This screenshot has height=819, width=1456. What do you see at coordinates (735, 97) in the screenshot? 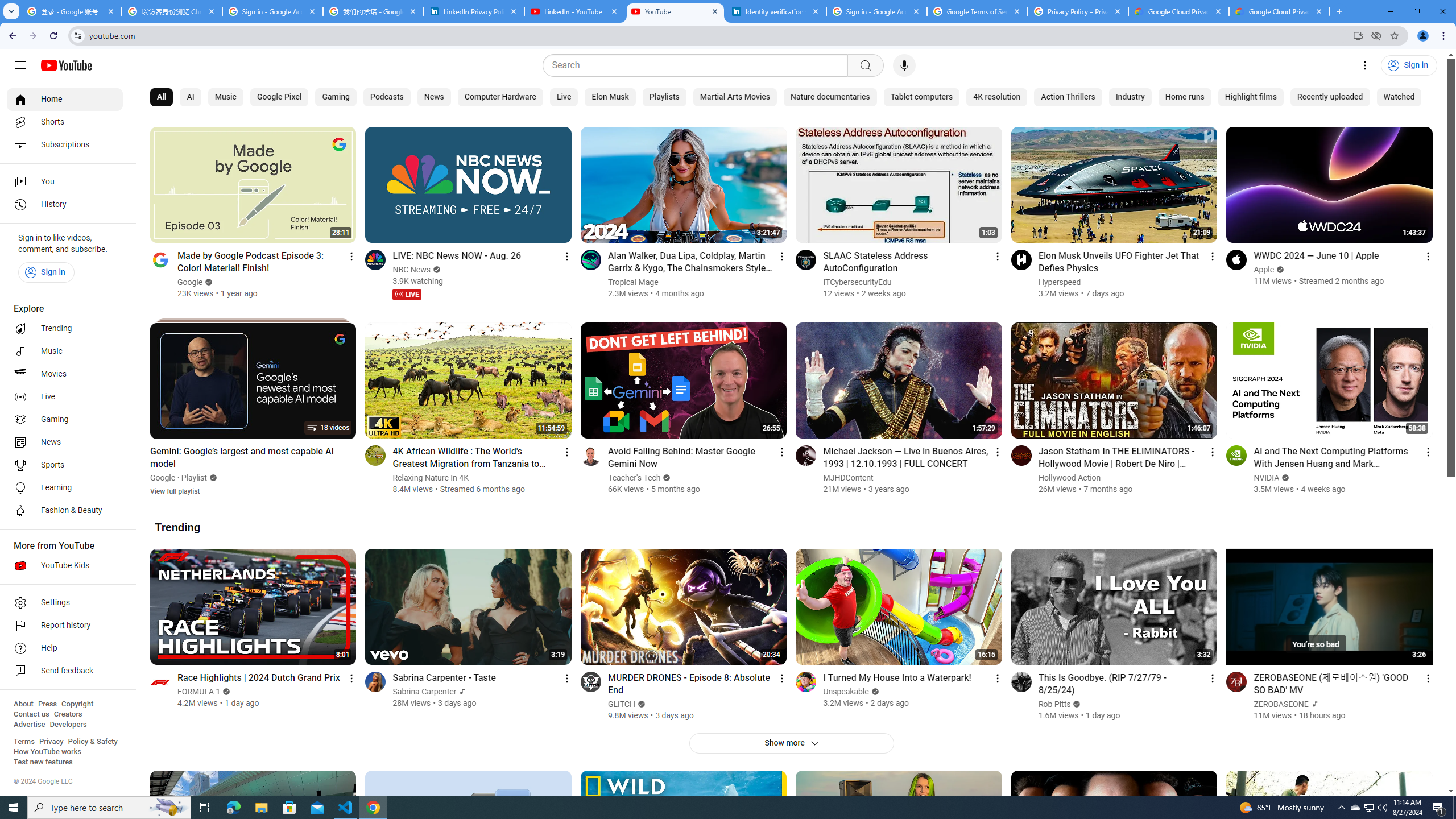
I see `'Martial Arts Movies'` at bounding box center [735, 97].